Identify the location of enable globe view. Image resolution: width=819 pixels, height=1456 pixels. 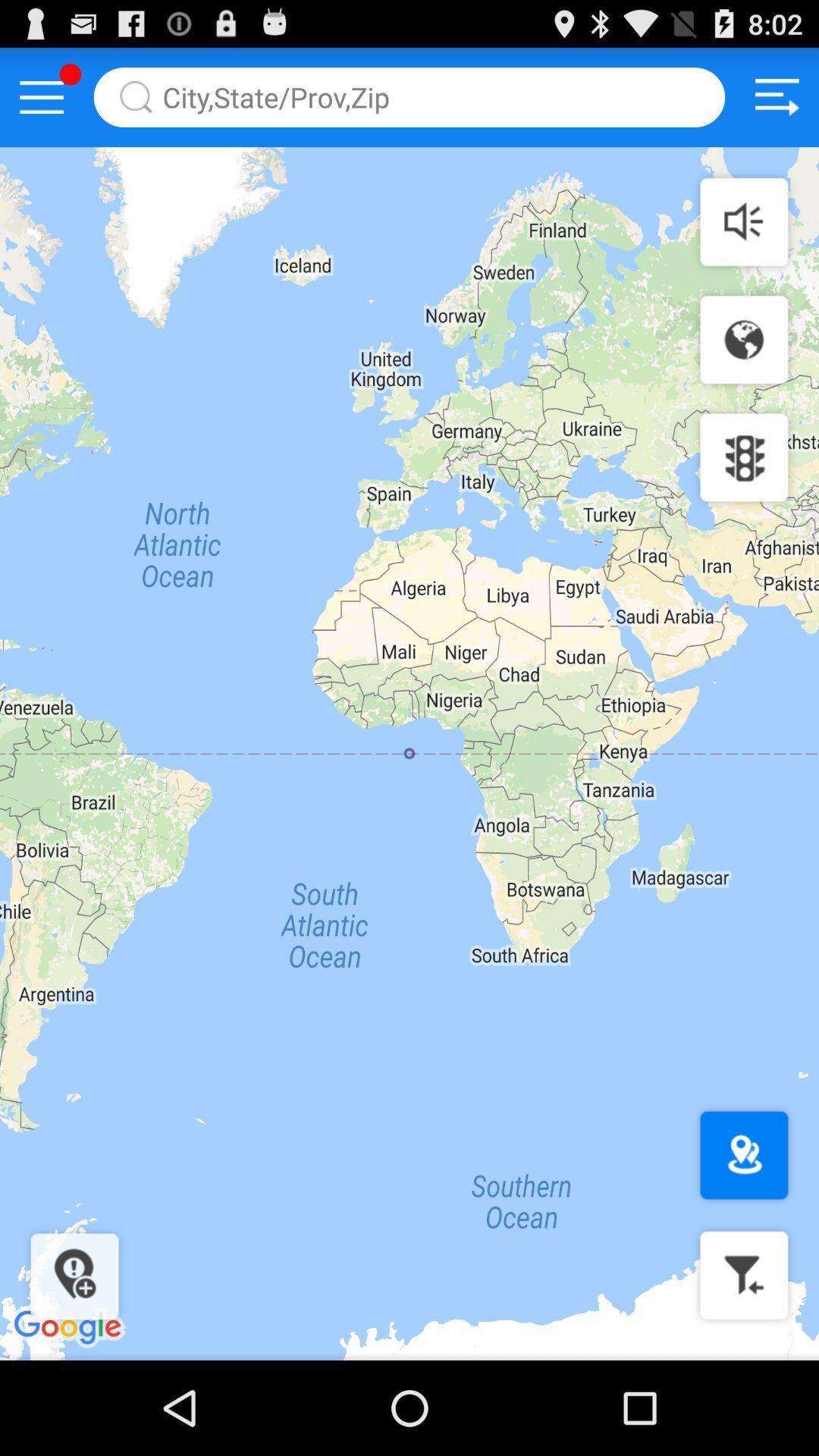
(743, 339).